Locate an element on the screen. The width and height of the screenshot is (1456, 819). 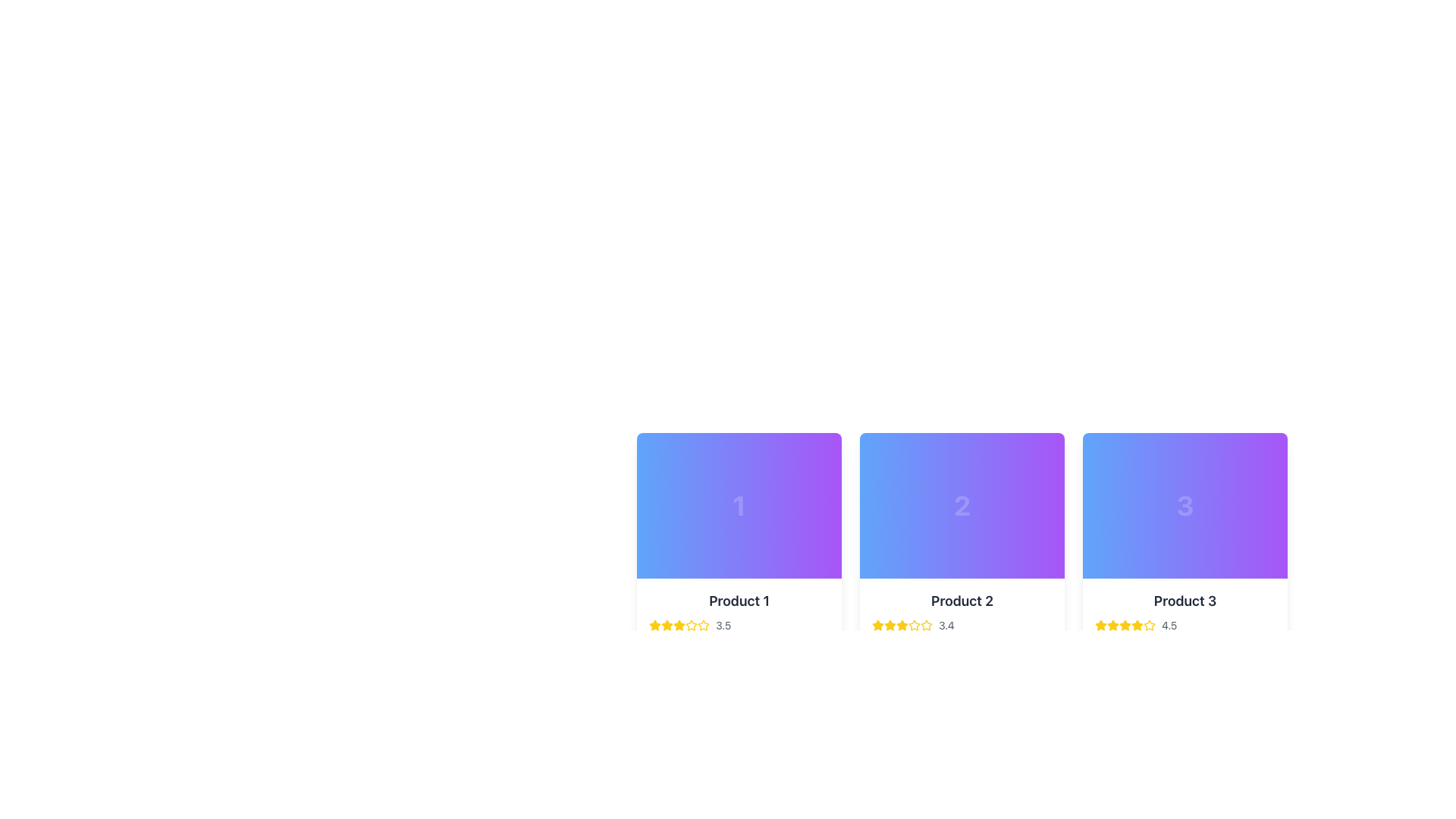
the first star icon in the star rating indicator is located at coordinates (655, 625).